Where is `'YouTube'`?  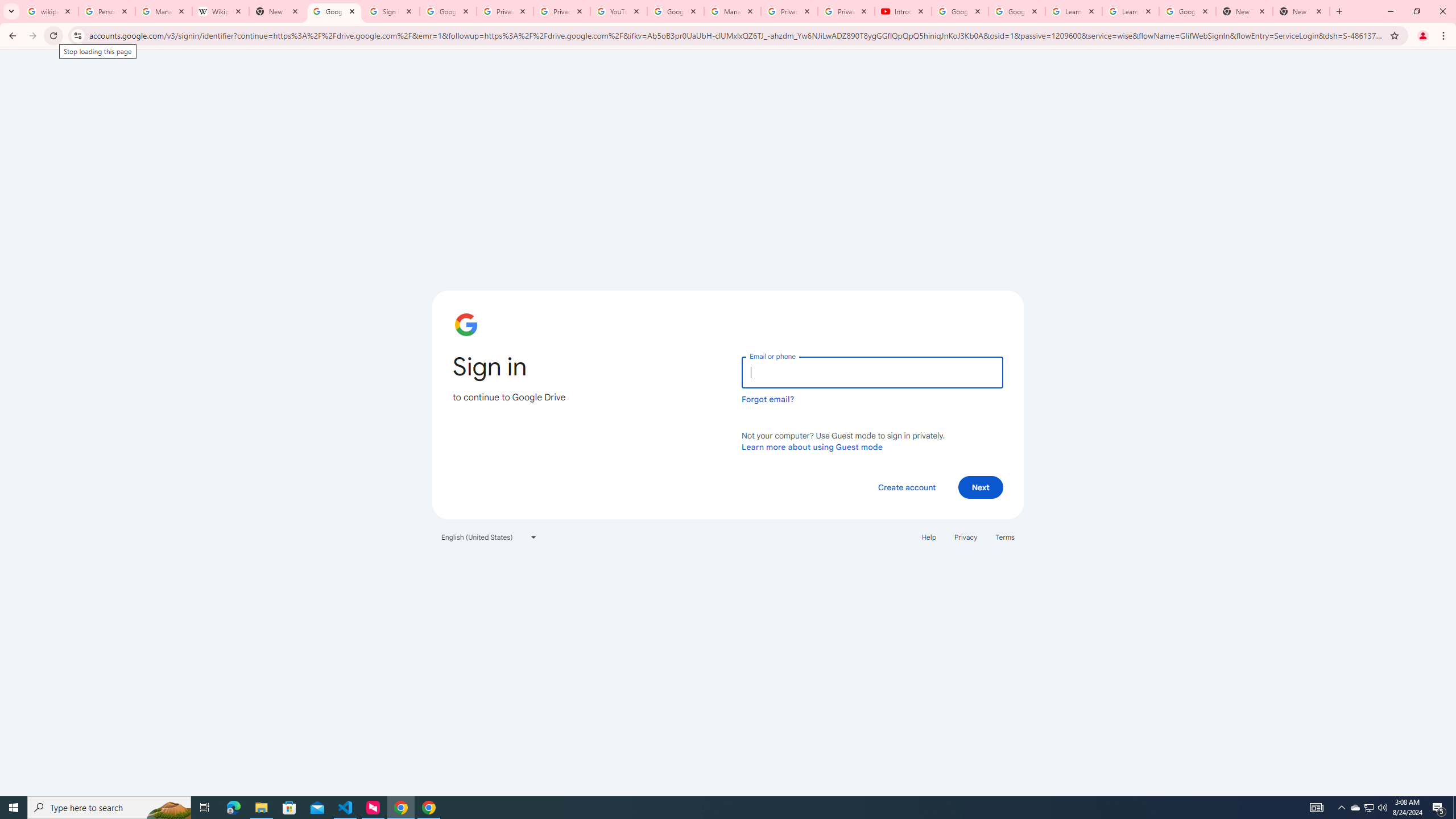
'YouTube' is located at coordinates (619, 11).